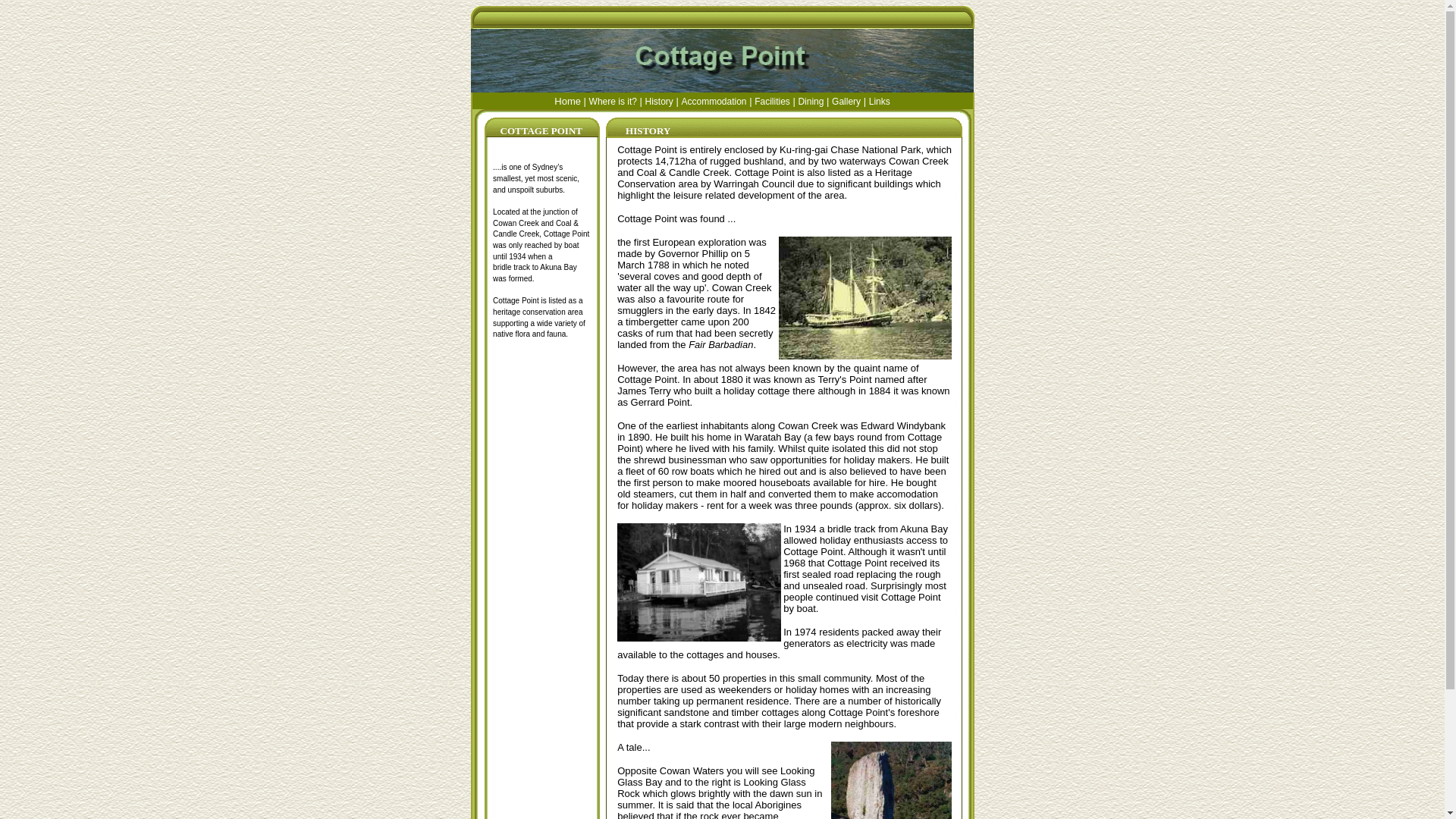  What do you see at coordinates (846, 100) in the screenshot?
I see `'Gallery'` at bounding box center [846, 100].